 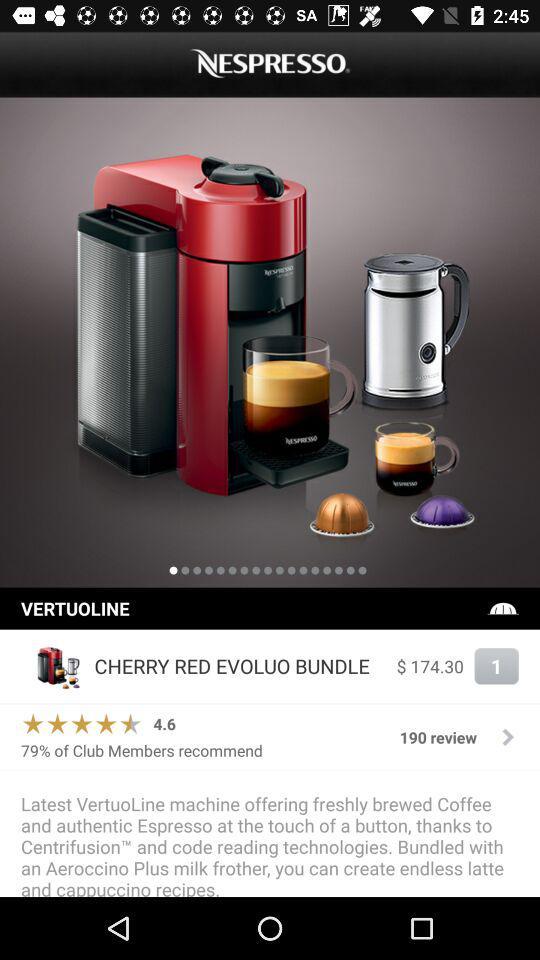 I want to click on icon to the left of $ 174.30 icon, so click(x=240, y=666).